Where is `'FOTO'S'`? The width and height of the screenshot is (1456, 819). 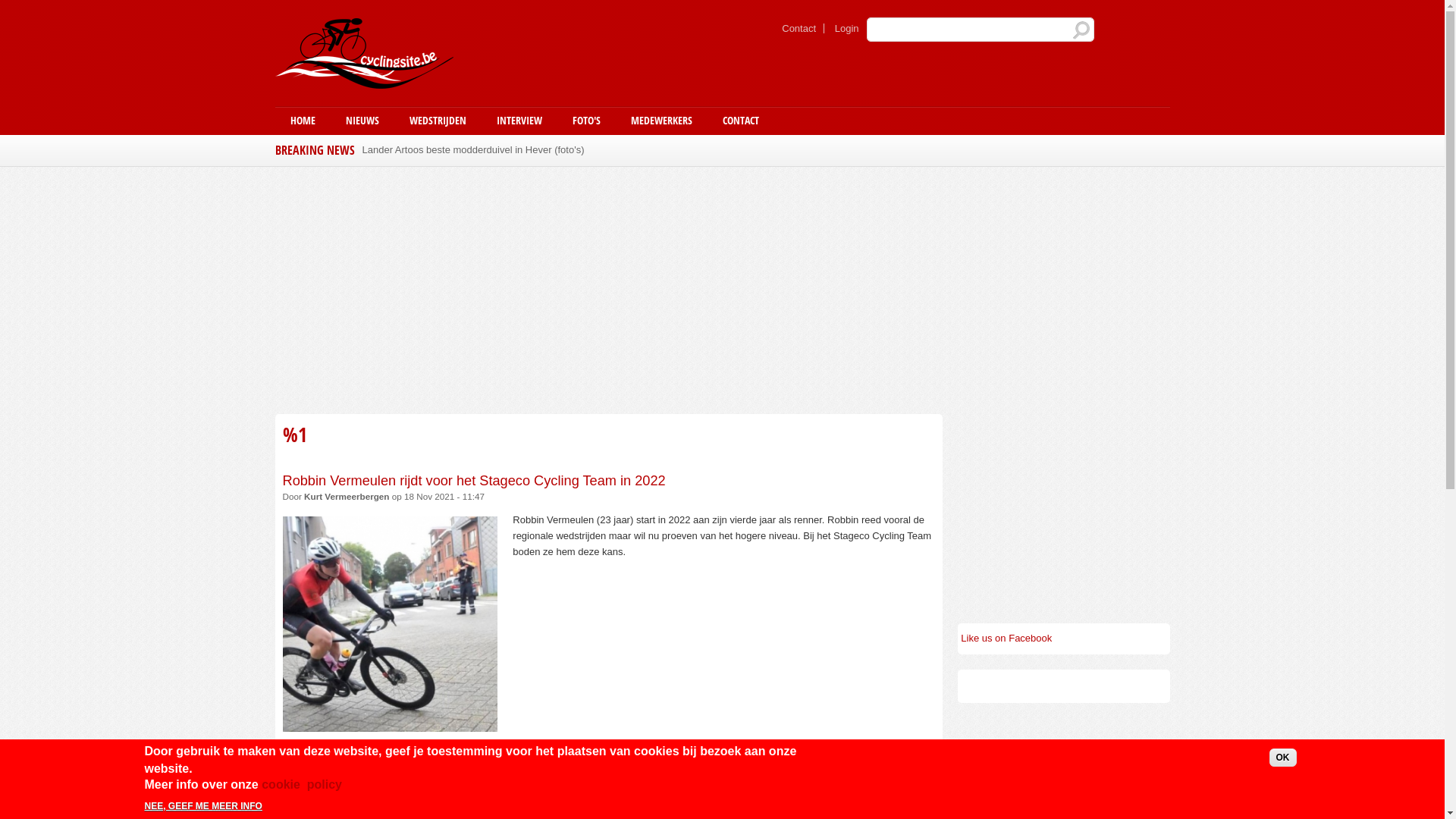
'FOTO'S' is located at coordinates (556, 120).